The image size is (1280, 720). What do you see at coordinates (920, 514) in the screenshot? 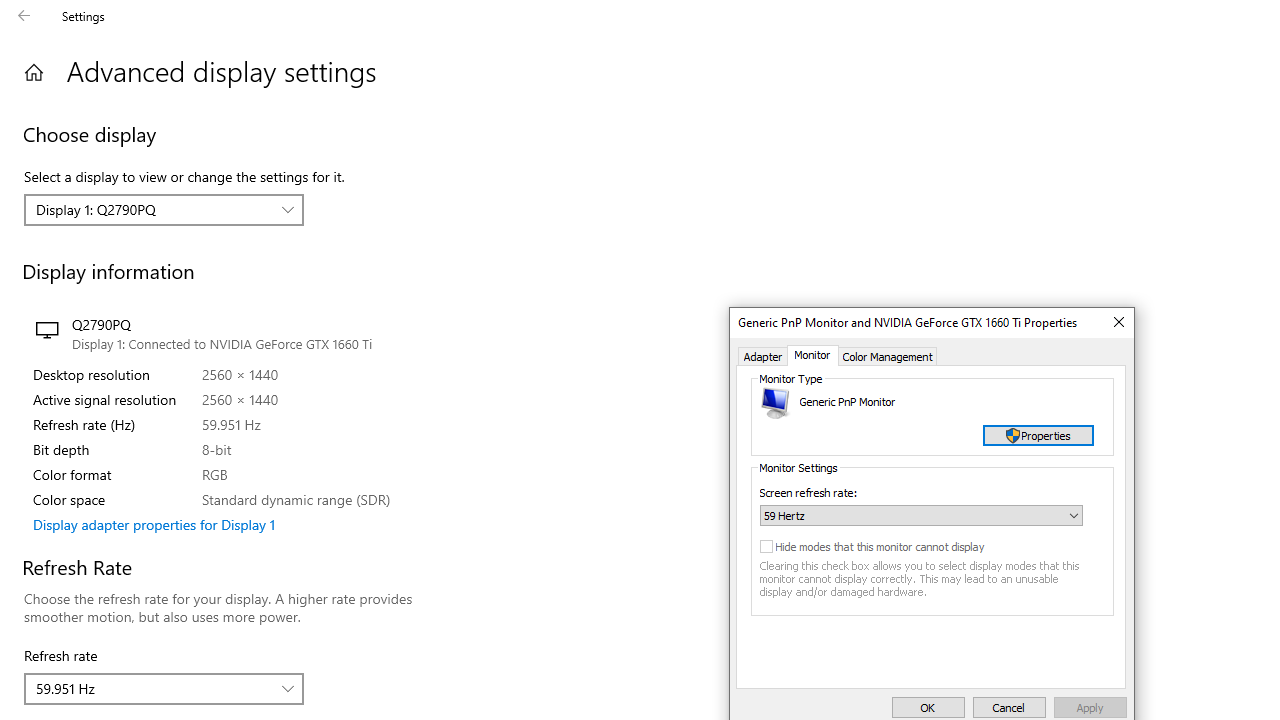
I see `'Screen refresh rate:'` at bounding box center [920, 514].